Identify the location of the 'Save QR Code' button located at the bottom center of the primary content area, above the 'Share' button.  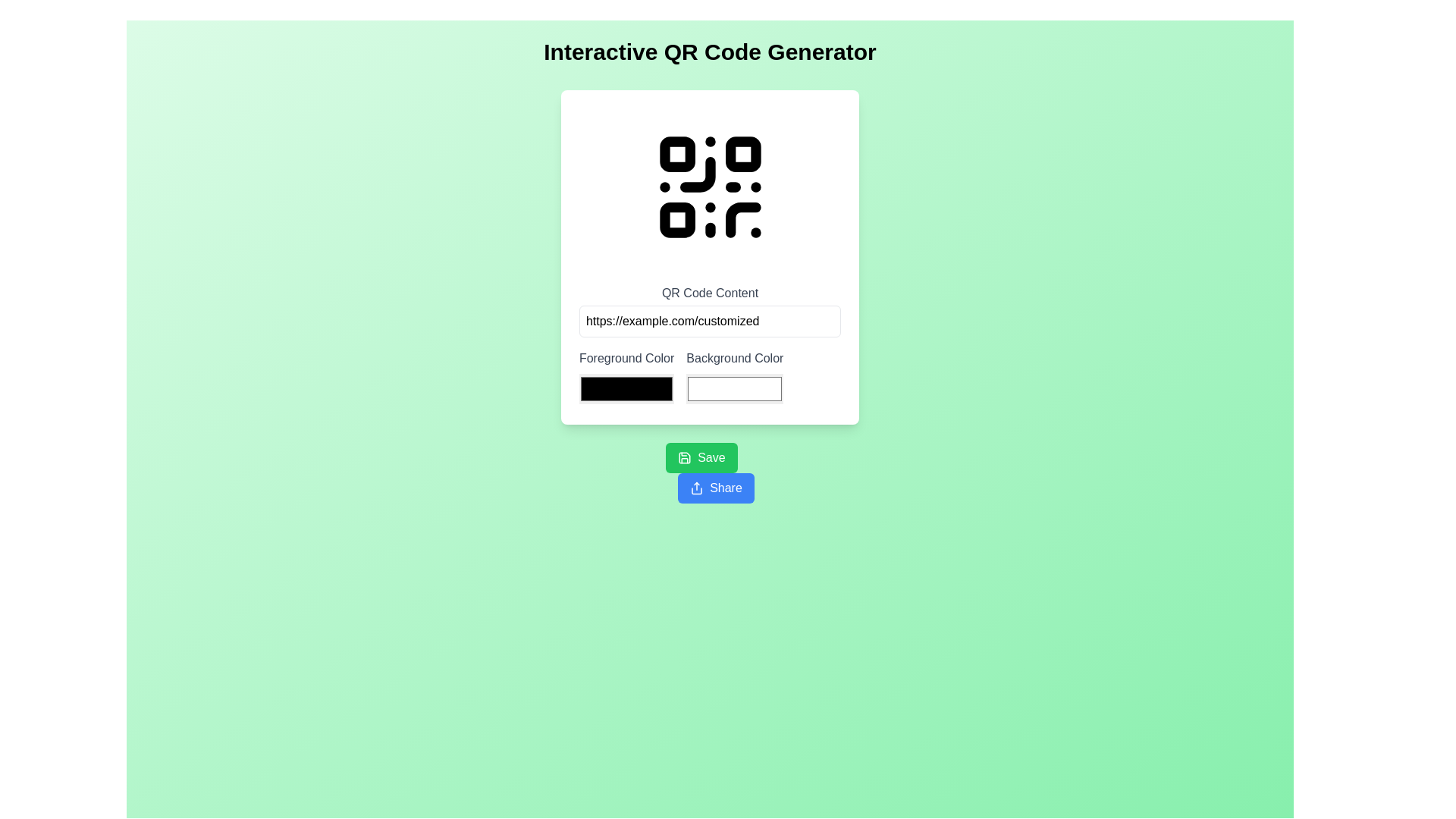
(701, 457).